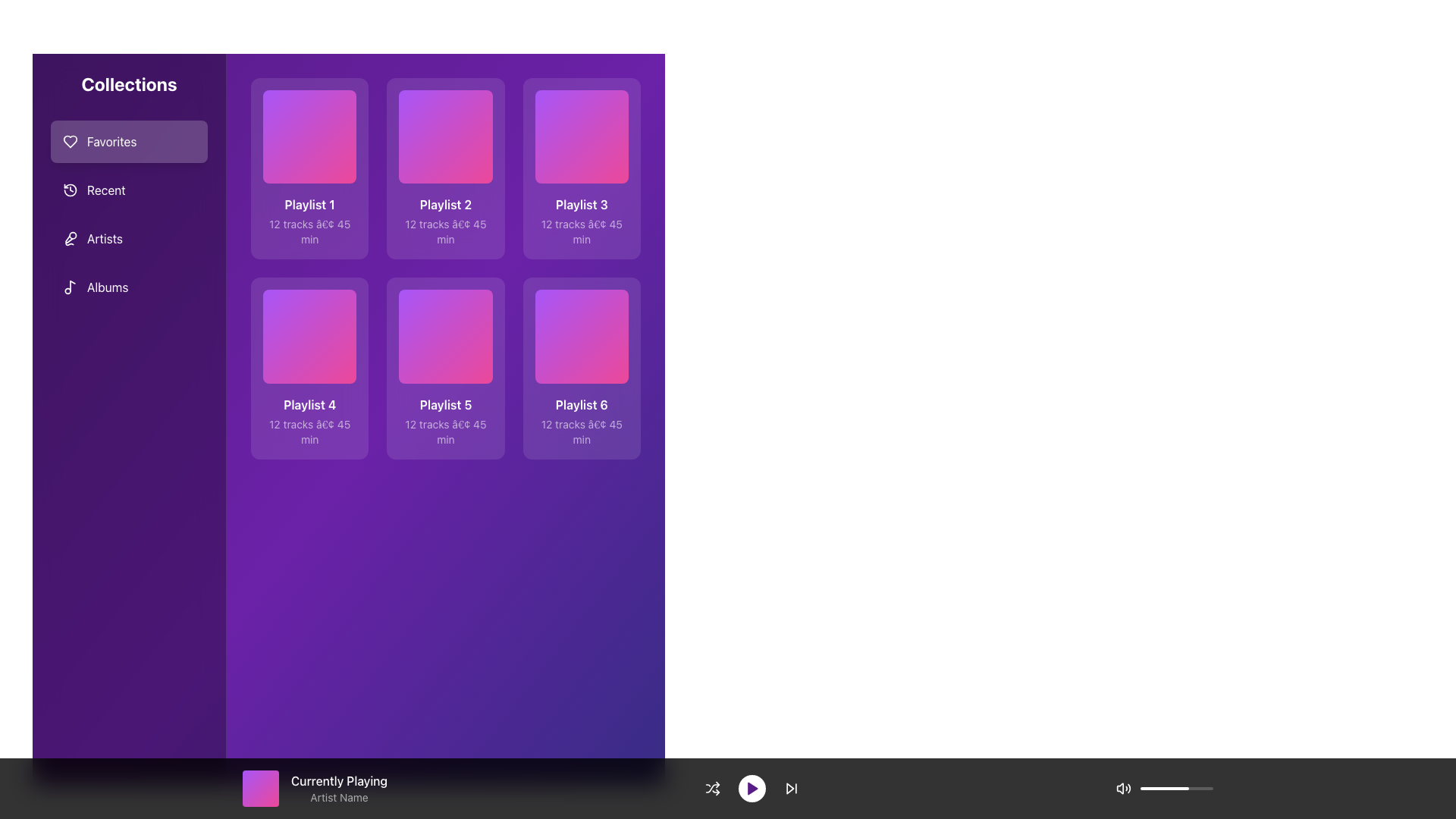 The image size is (1456, 819). Describe the element at coordinates (1201, 788) in the screenshot. I see `the volume` at that location.